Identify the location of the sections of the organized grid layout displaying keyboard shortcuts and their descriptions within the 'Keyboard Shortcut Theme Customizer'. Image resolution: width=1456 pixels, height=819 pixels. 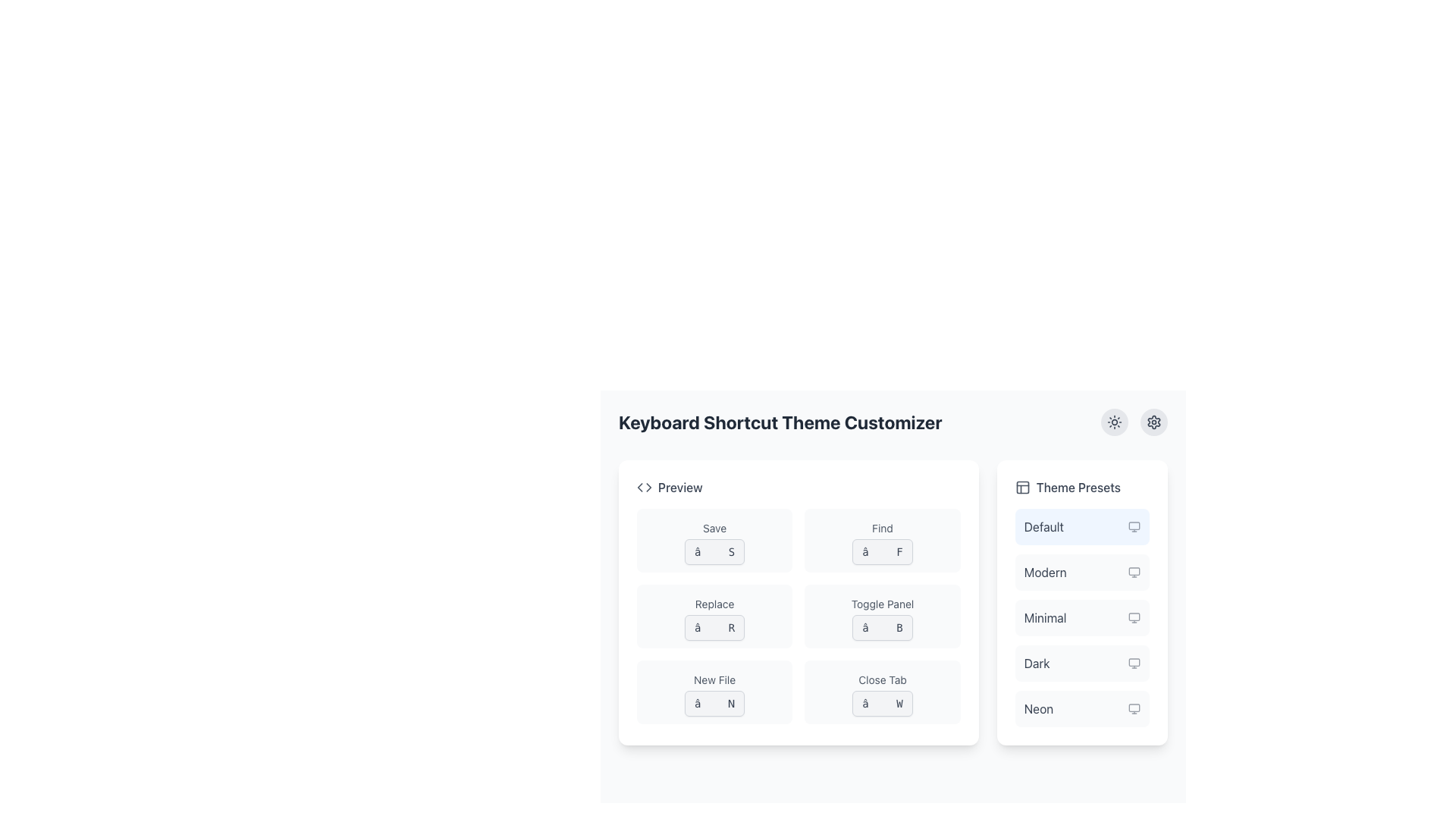
(893, 601).